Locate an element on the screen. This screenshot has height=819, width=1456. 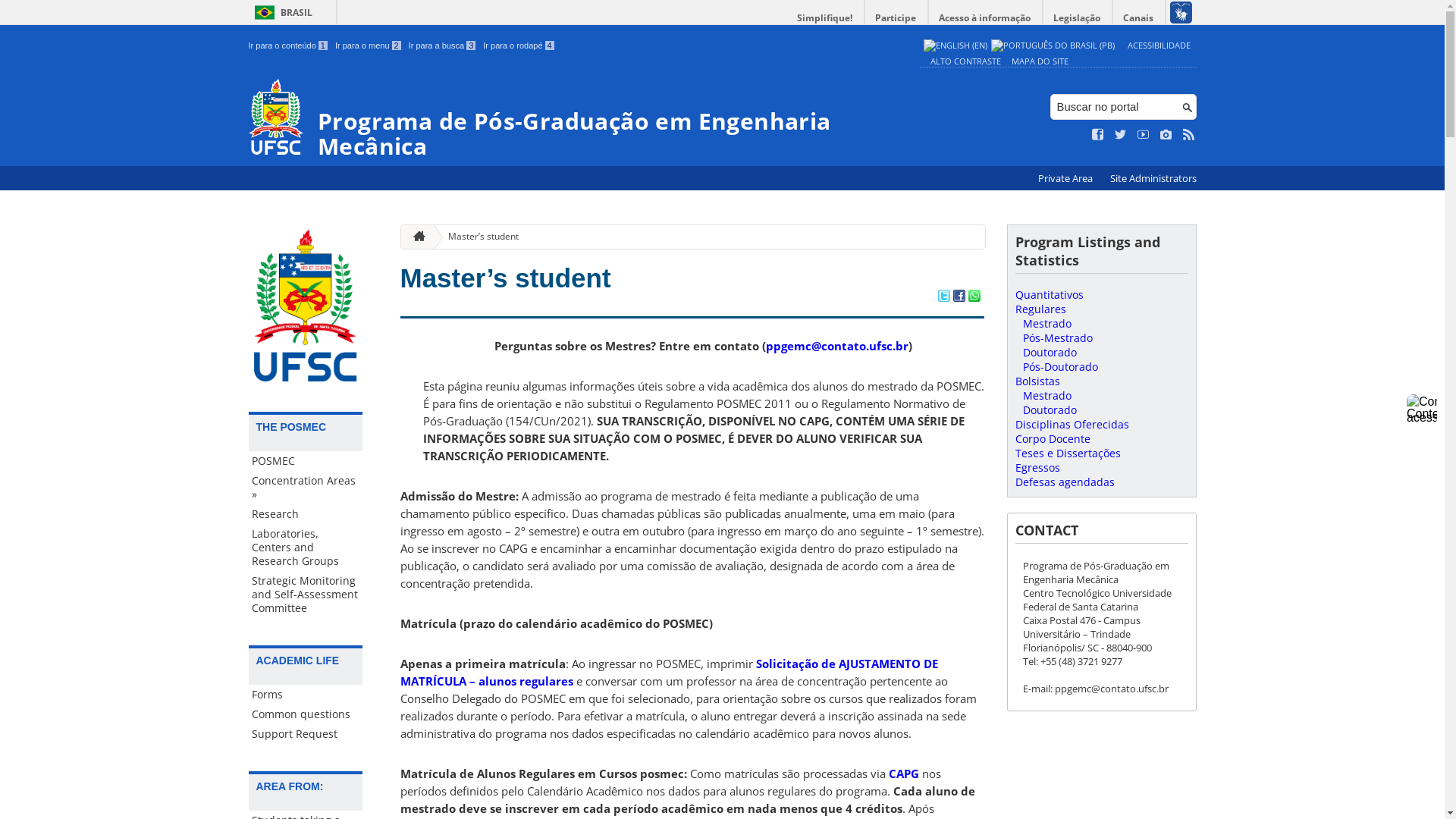
'Regulares' is located at coordinates (1039, 308).